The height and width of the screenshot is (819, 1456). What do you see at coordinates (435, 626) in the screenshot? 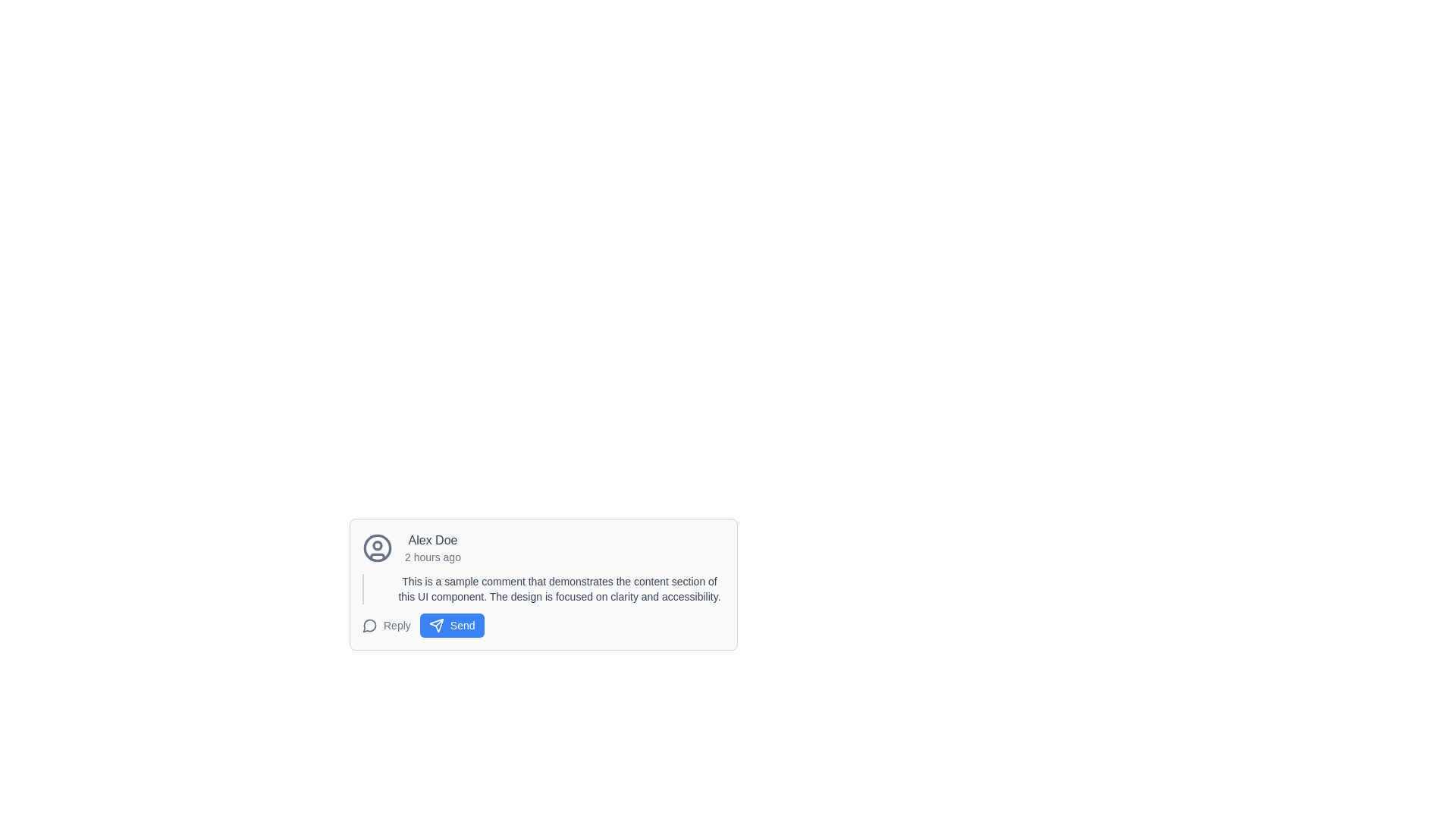
I see `the 'Send' button icon, which is located at the bottom right corner of the comment component, to visually suggest the action of sending a message or comment` at bounding box center [435, 626].